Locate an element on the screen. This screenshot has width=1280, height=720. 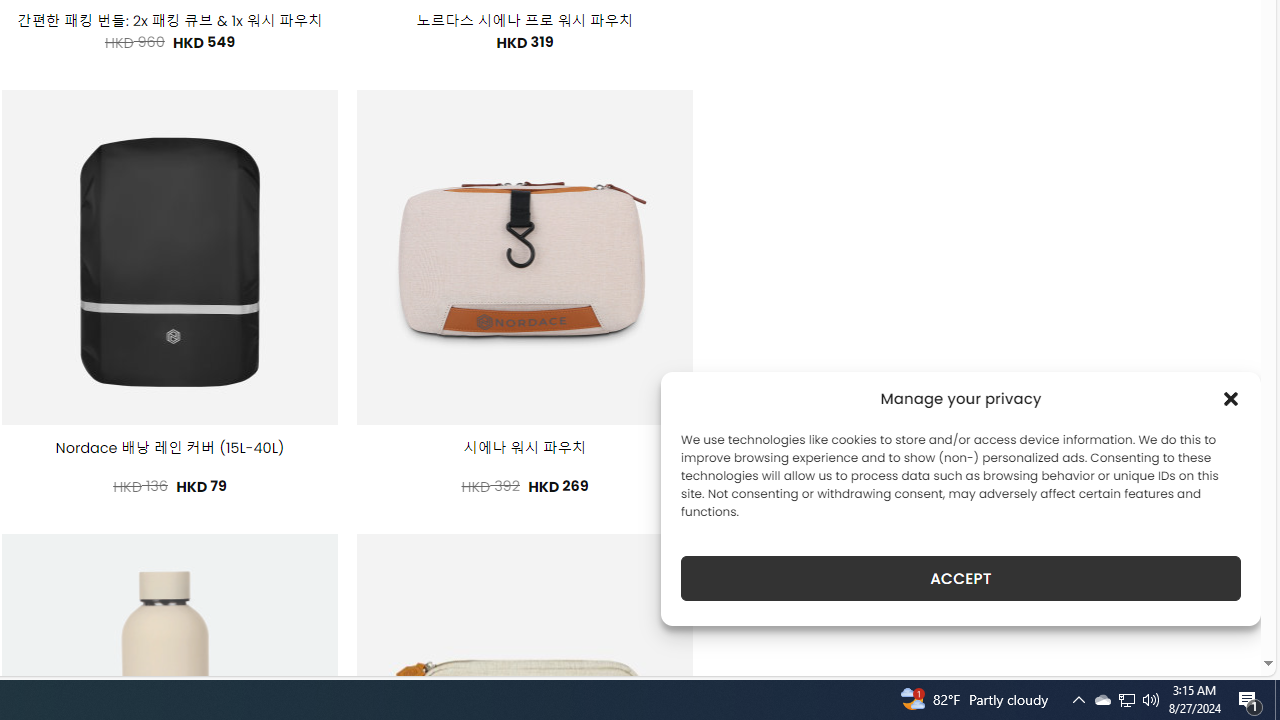
'Class: cmplz-close' is located at coordinates (1230, 398).